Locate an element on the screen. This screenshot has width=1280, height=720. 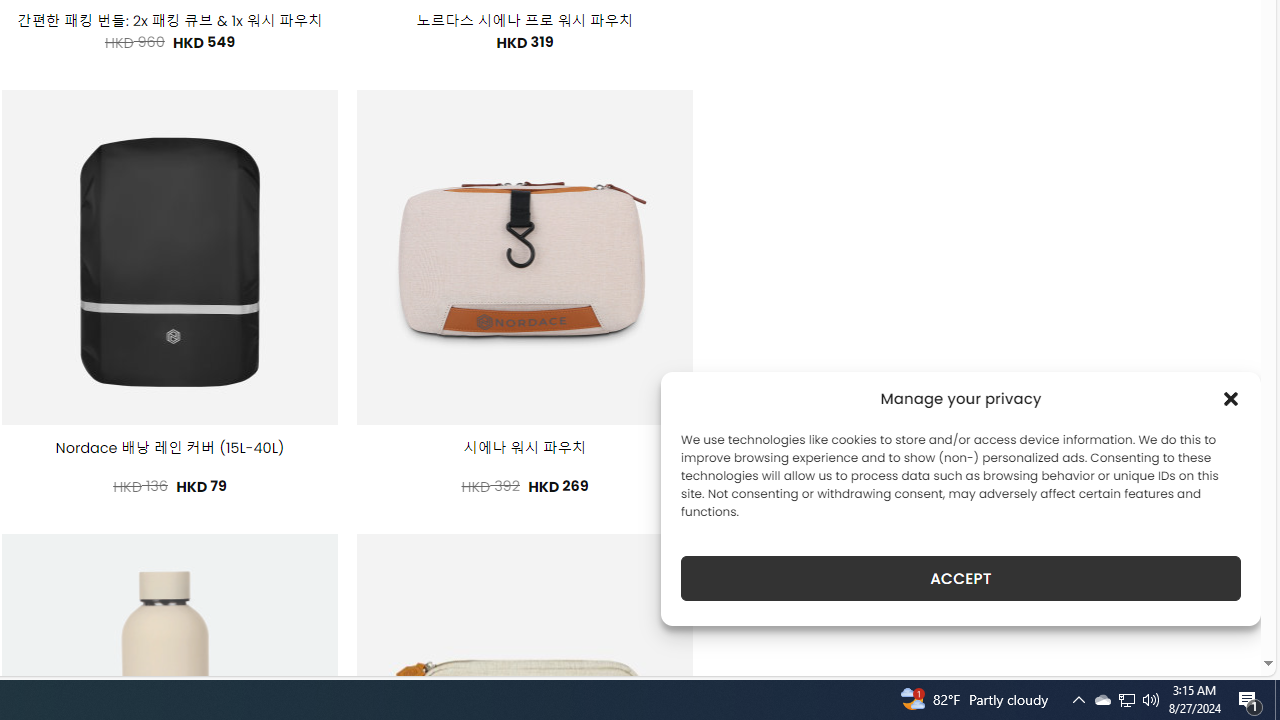
'Class: cmplz-close' is located at coordinates (1230, 398).